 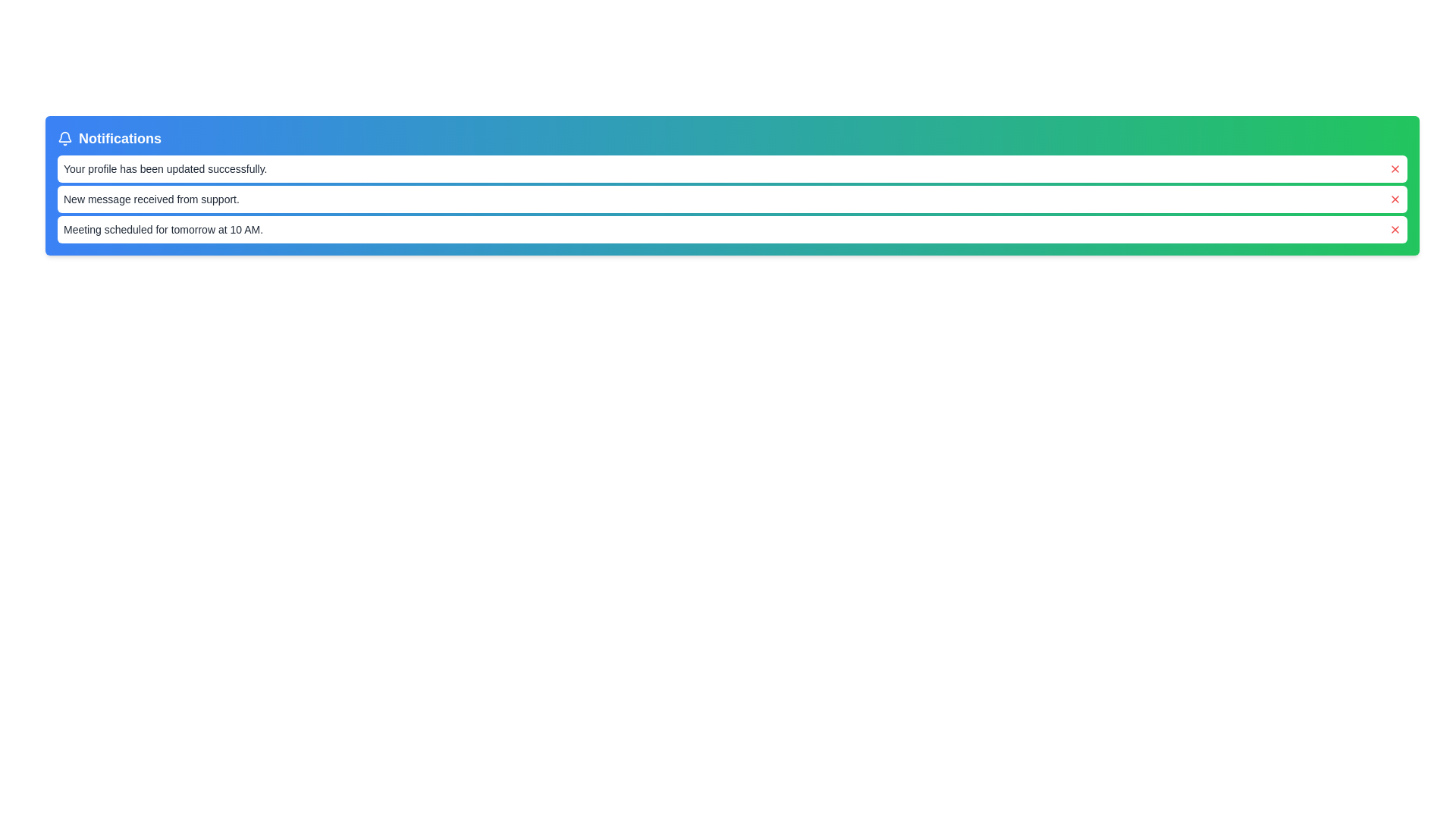 What do you see at coordinates (151, 198) in the screenshot?
I see `the second notification text label in the notifications panel that displays a message about a new message received from support` at bounding box center [151, 198].